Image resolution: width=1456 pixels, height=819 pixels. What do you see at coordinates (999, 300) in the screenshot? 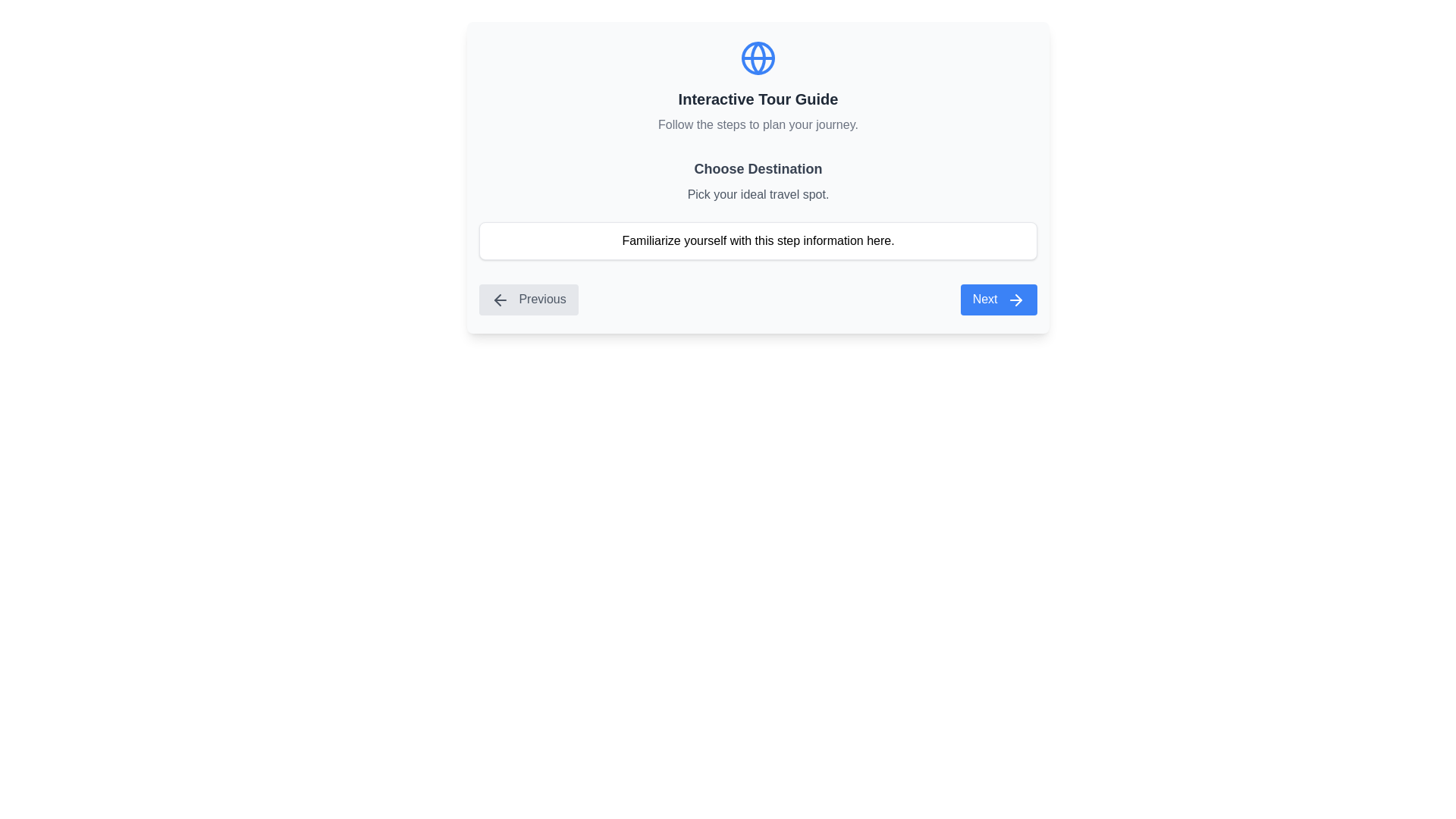
I see `the navigation button located at the bottom-right corner of the interactive card layout to change its color` at bounding box center [999, 300].